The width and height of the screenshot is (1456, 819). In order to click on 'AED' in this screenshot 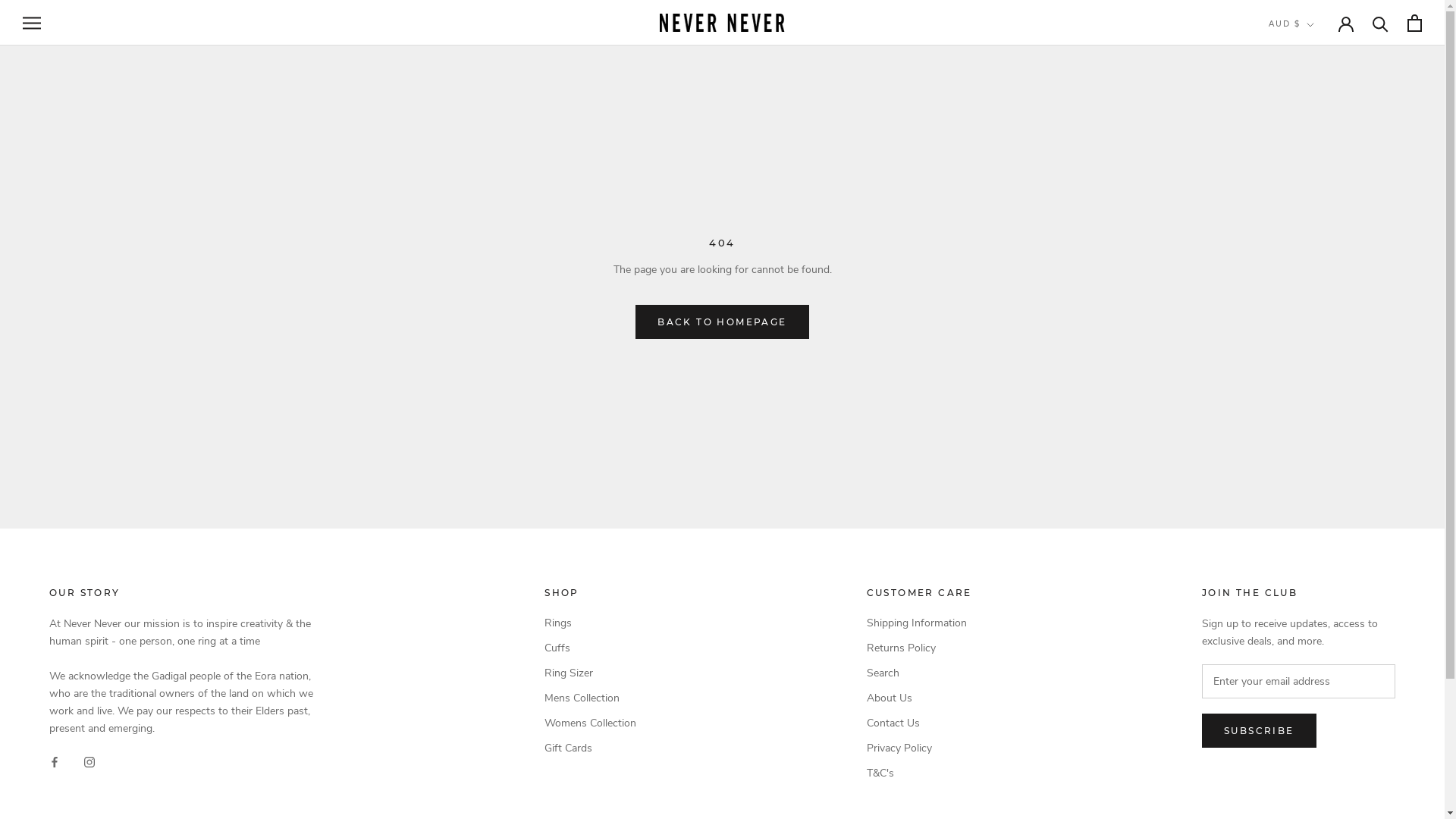, I will do `click(1316, 55)`.